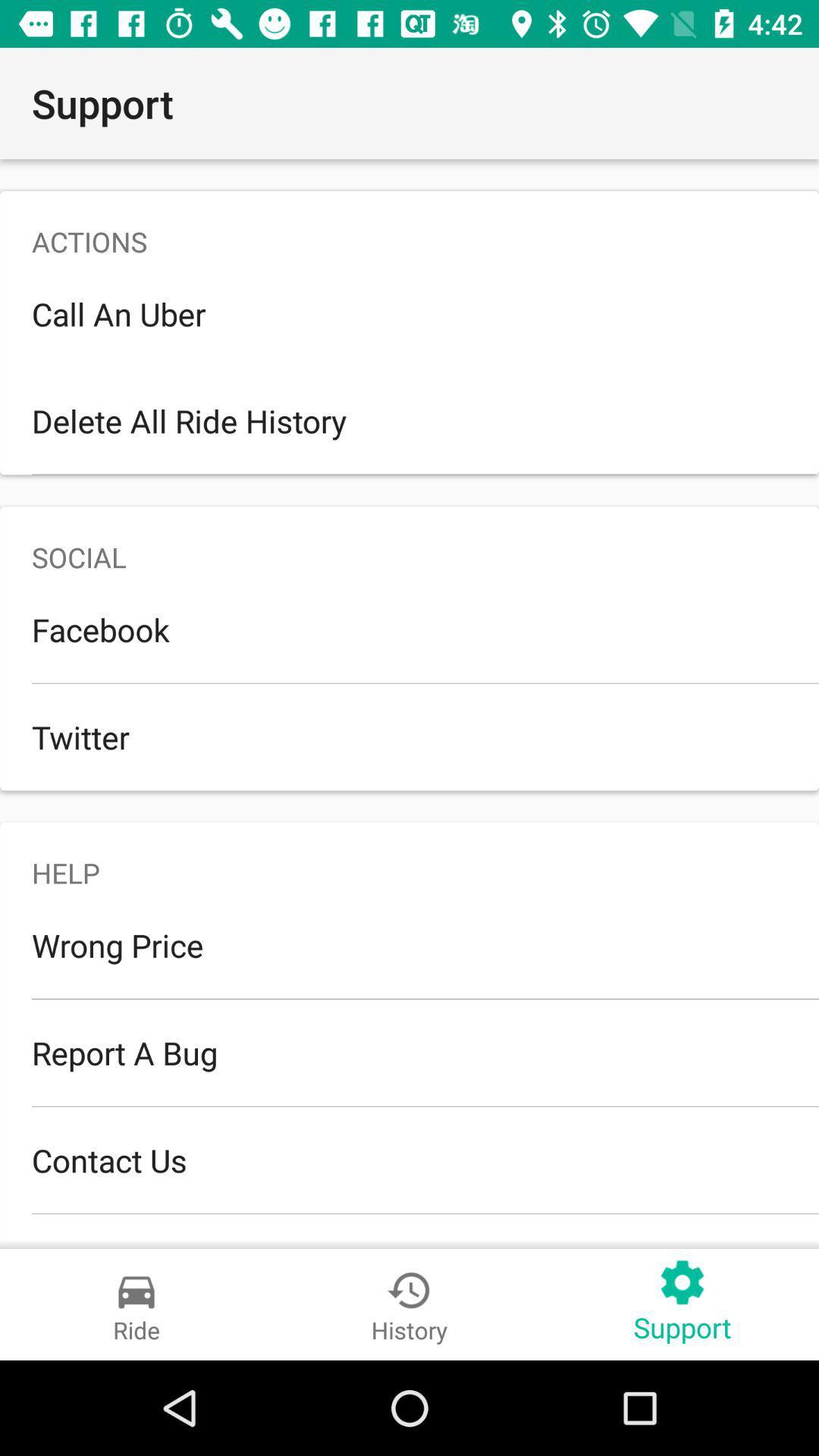 The width and height of the screenshot is (819, 1456). What do you see at coordinates (409, 1227) in the screenshot?
I see `the join beta team` at bounding box center [409, 1227].